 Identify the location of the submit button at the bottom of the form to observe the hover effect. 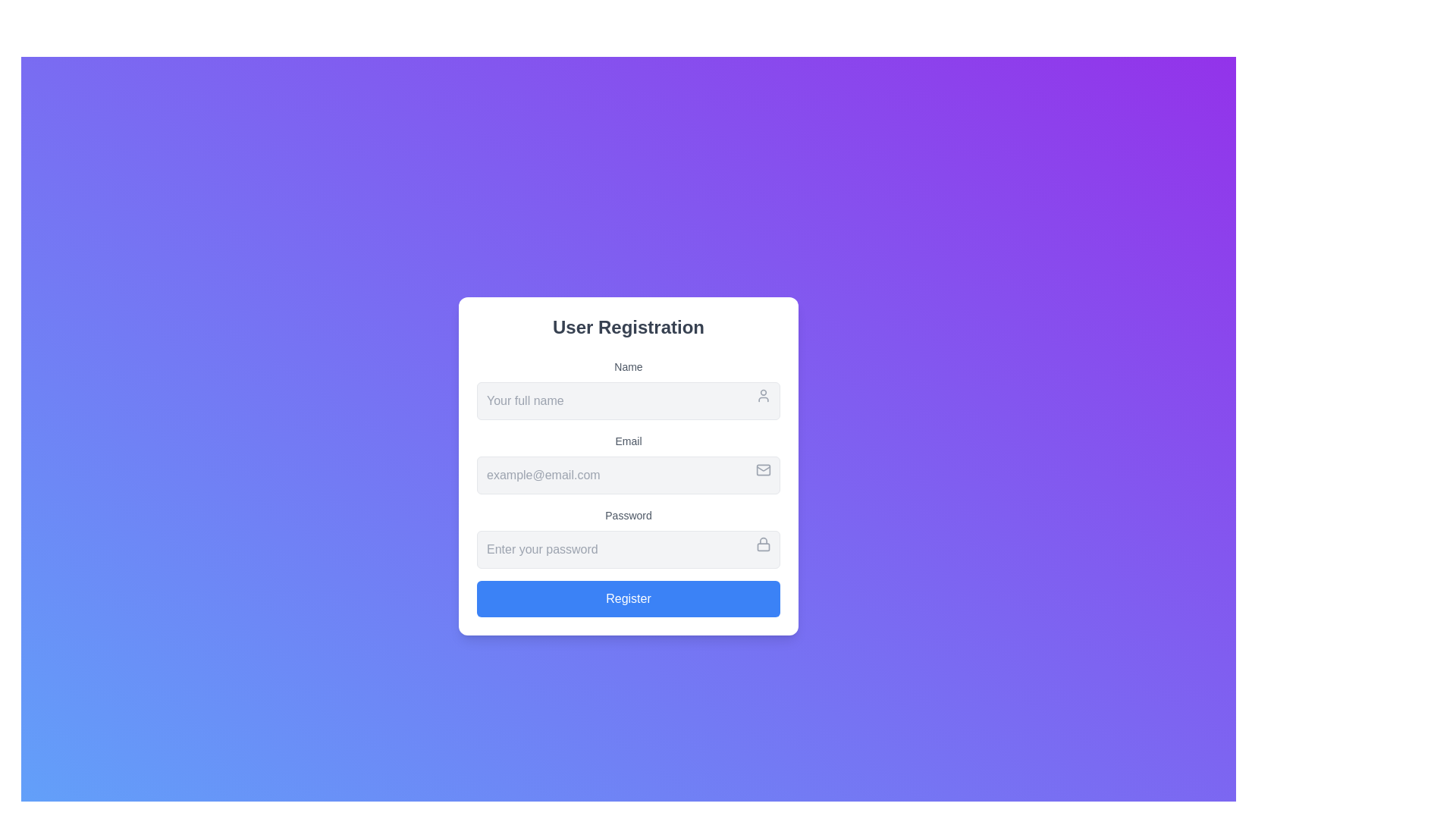
(629, 598).